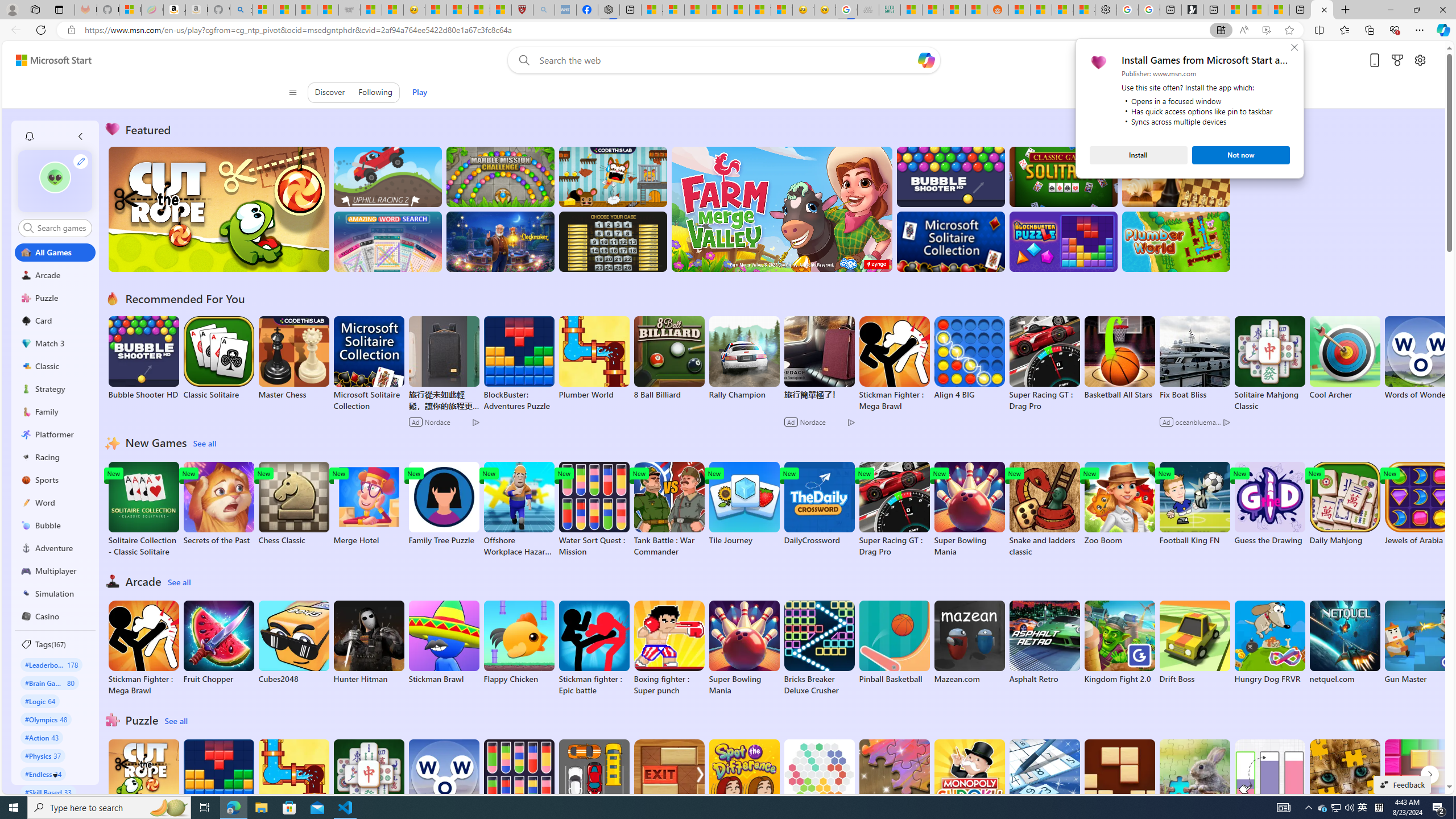 The image size is (1456, 819). I want to click on 'Bubble Shooter HD', so click(143, 358).